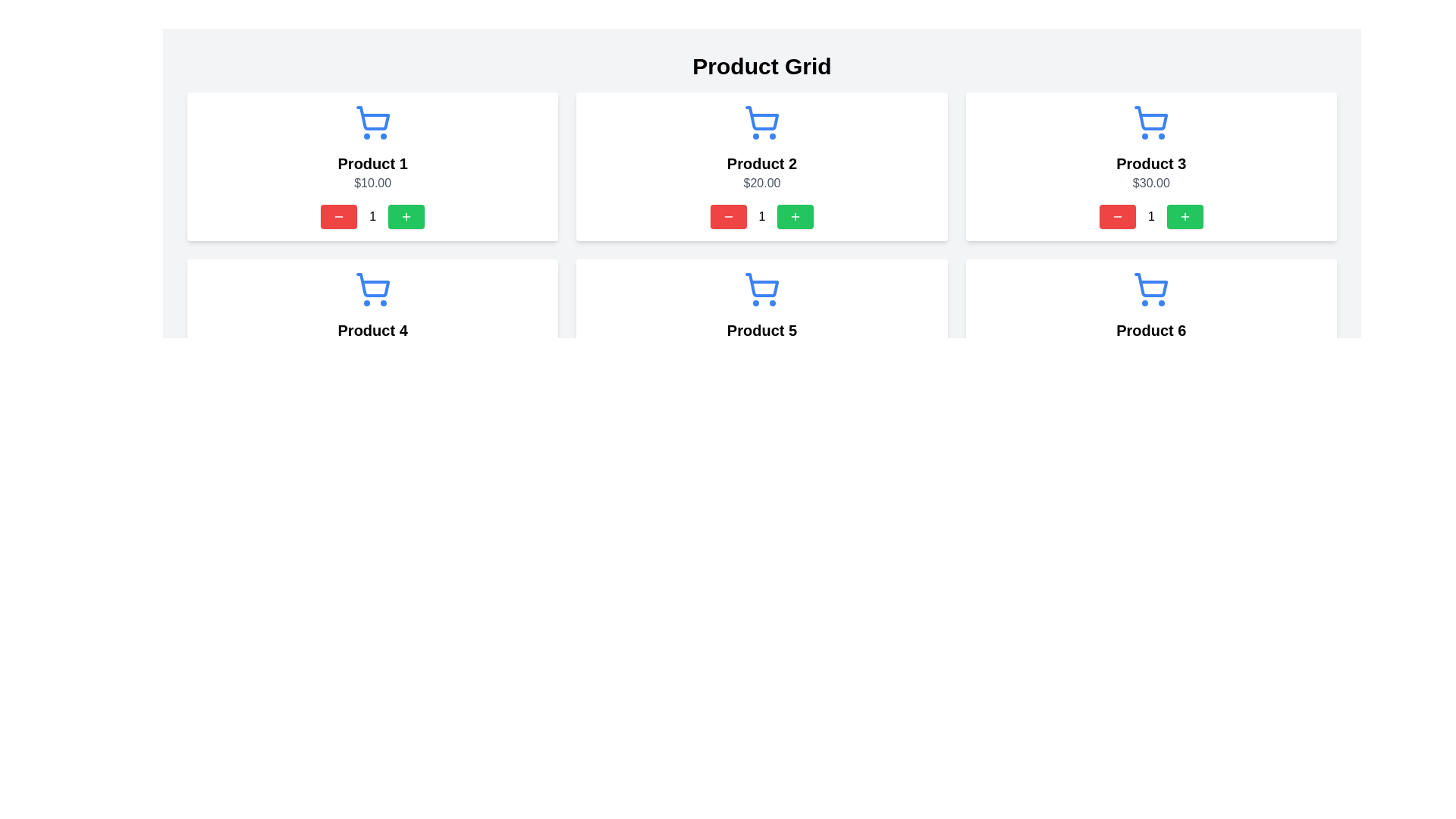 This screenshot has width=1456, height=819. I want to click on the red rectangular button with a white minus icon located in the first row and first column of the product grid under 'Product 1' to change its color, so click(338, 216).